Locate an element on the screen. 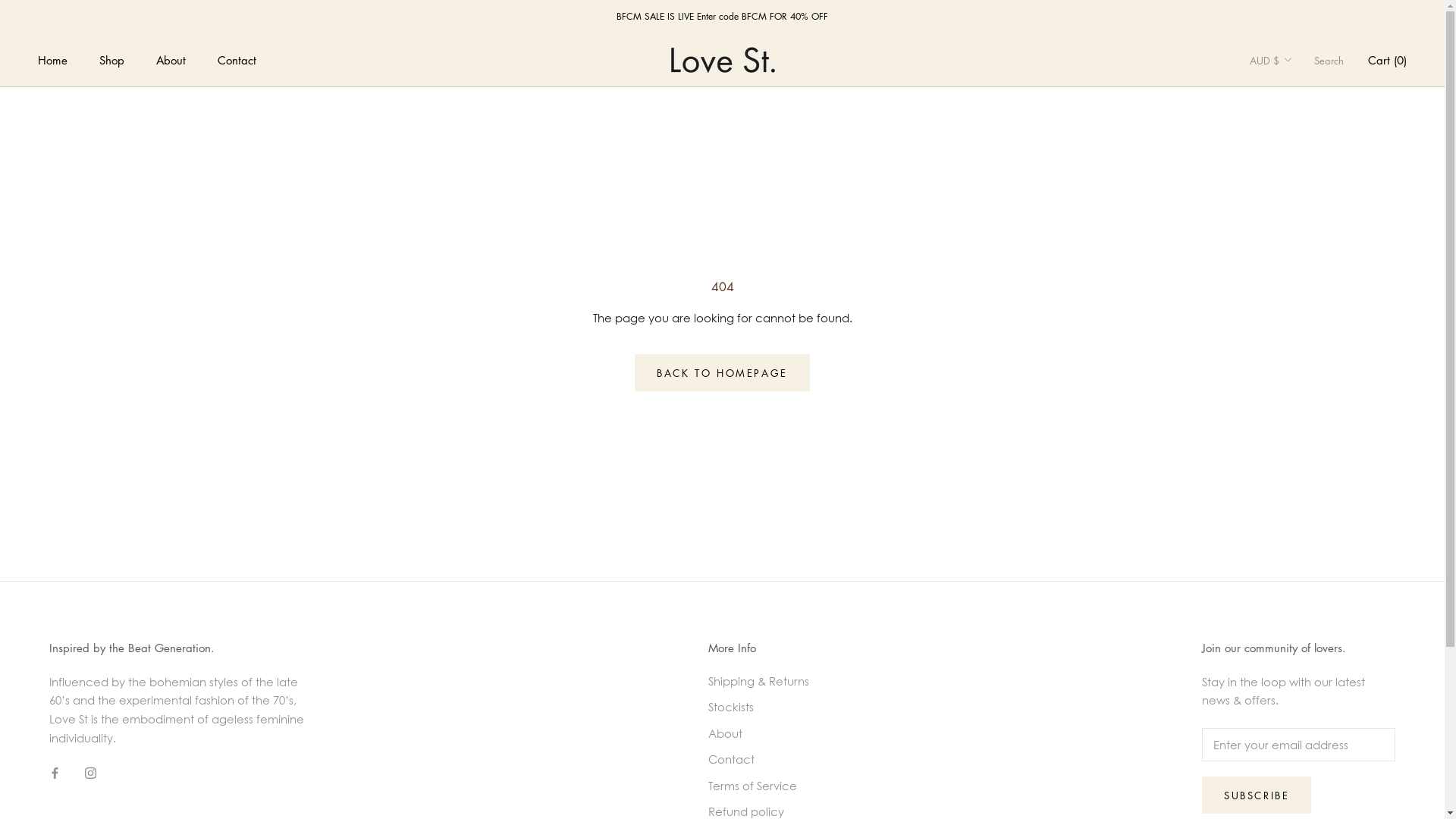  'Cart (0)' is located at coordinates (1368, 58).